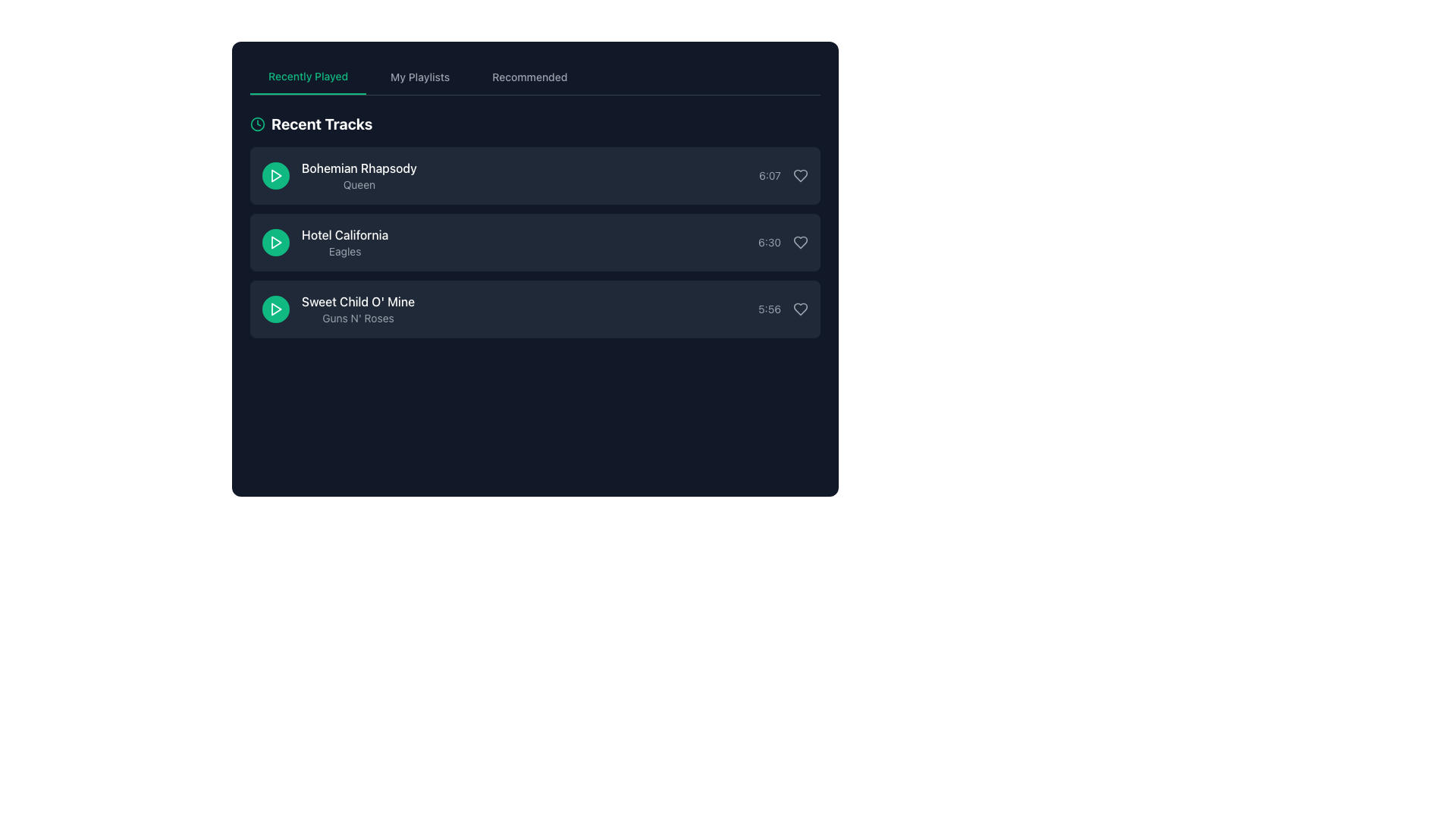 Image resolution: width=1456 pixels, height=819 pixels. Describe the element at coordinates (276, 174) in the screenshot. I see `the playback button for 'Bohemian Rhapsody' by Queen` at that location.